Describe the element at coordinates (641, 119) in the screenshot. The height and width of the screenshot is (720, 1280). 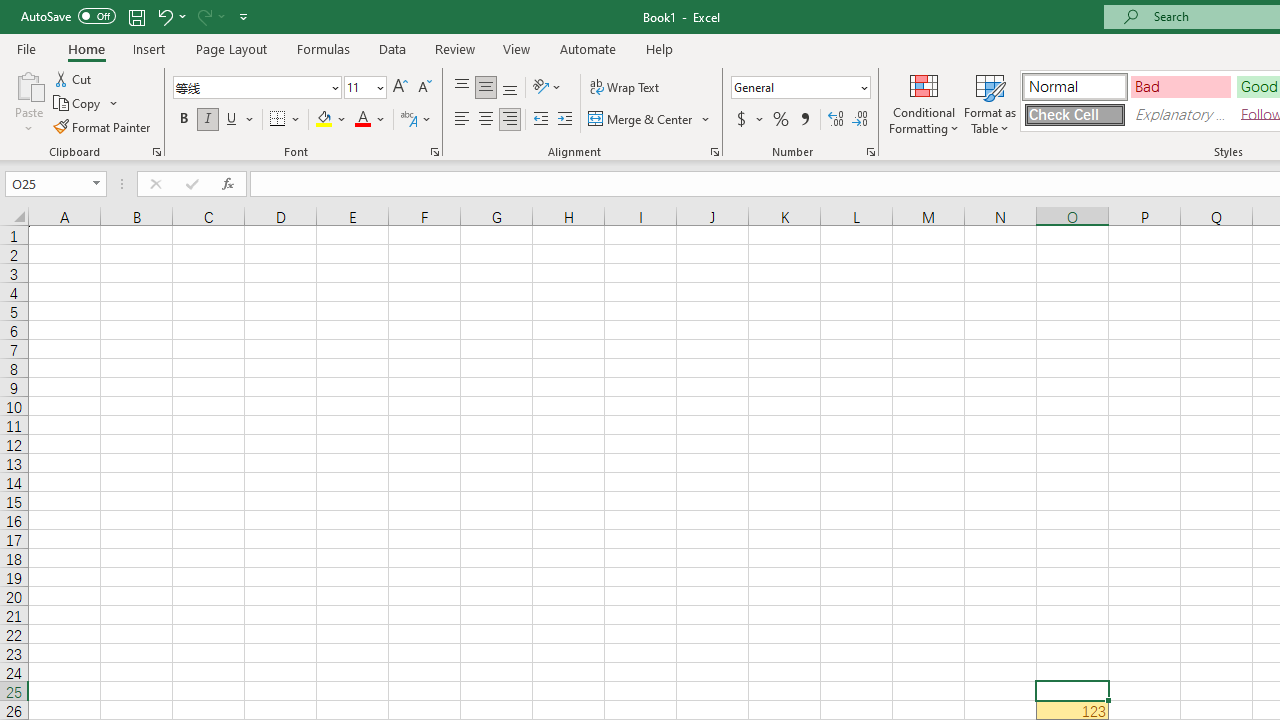
I see `'Merge & Center'` at that location.